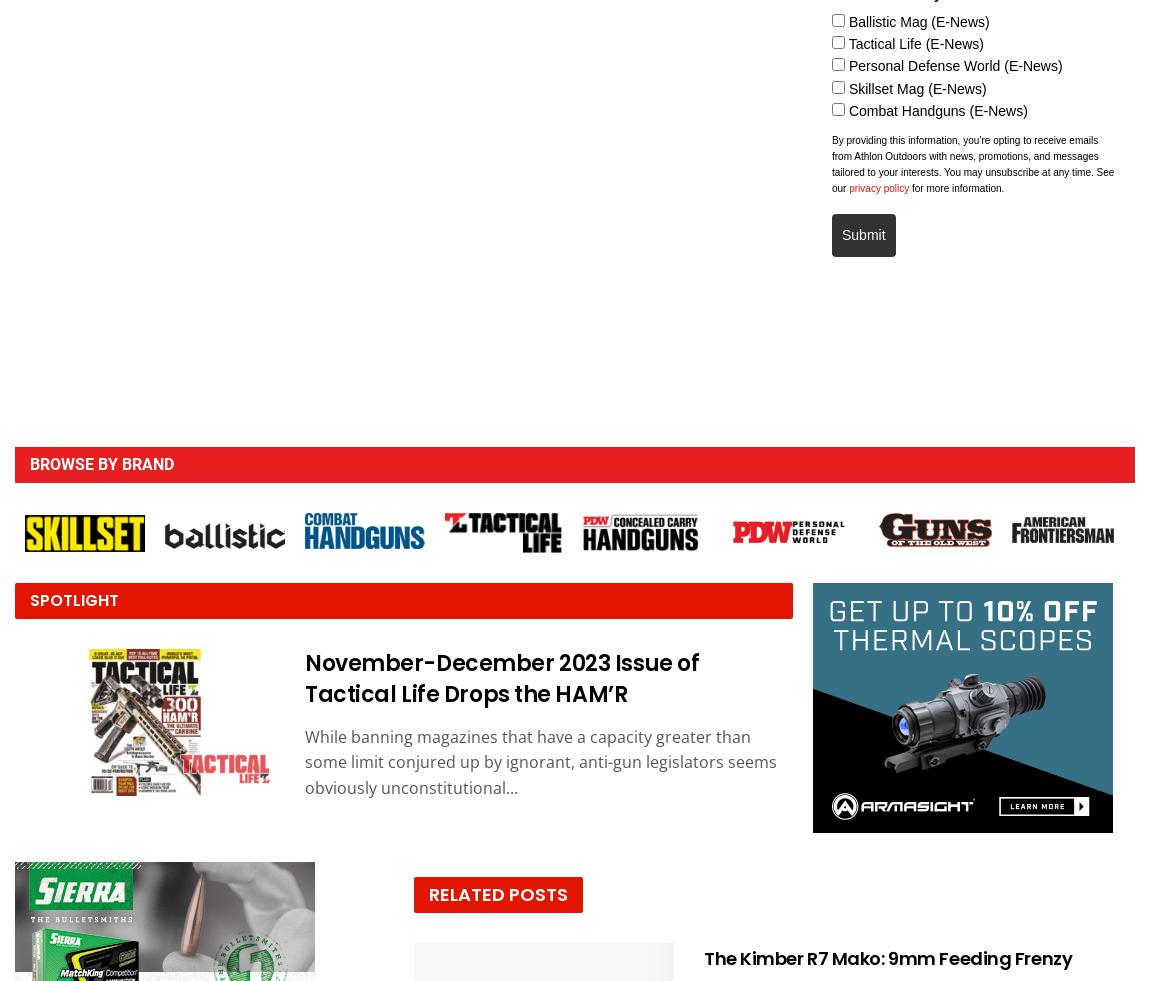 Image resolution: width=1150 pixels, height=981 pixels. I want to click on 'Skillset Mag (E-News)', so click(847, 86).